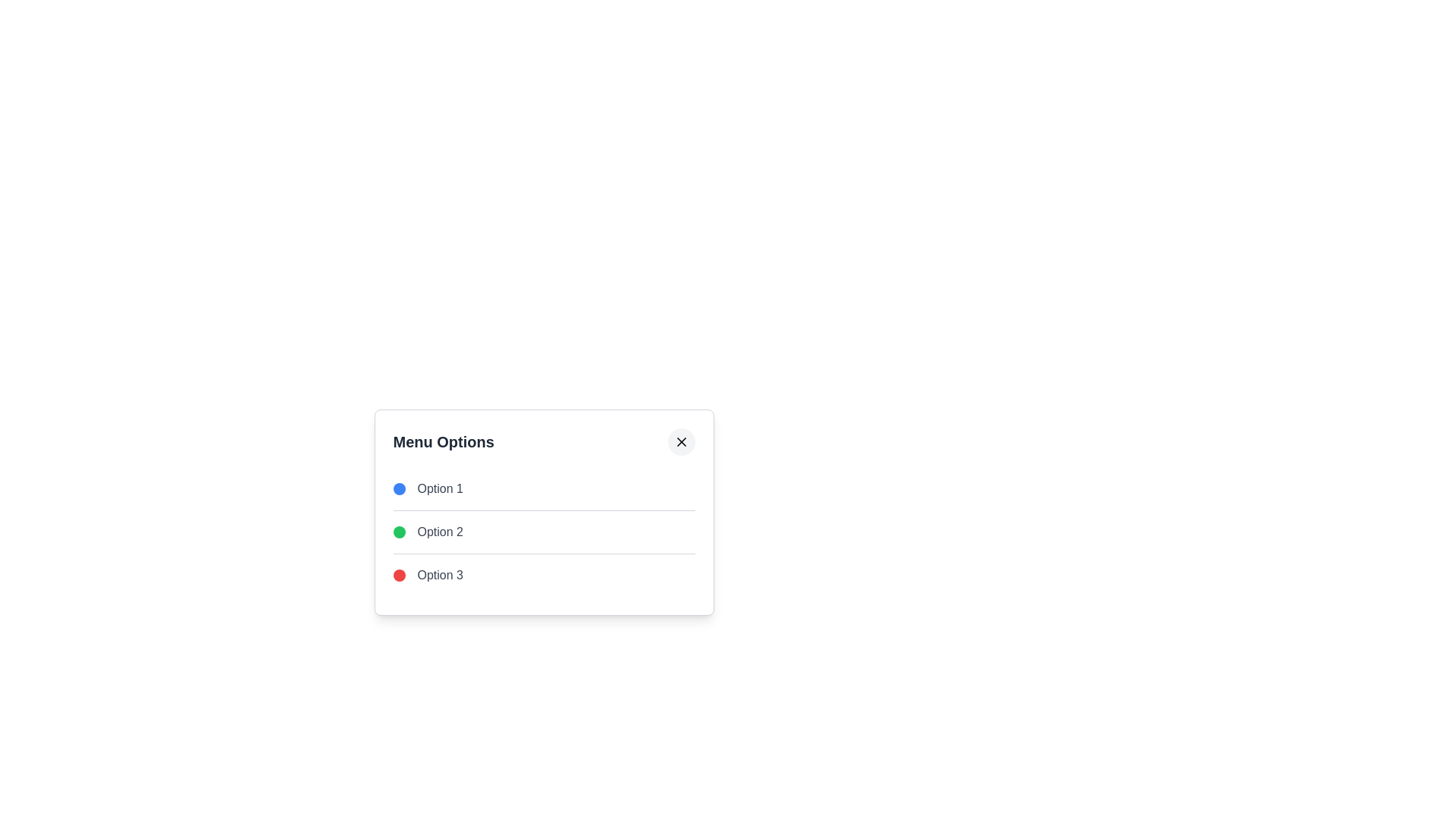 The image size is (1456, 819). Describe the element at coordinates (439, 488) in the screenshot. I see `the text label 'Option 1' which is styled in gray and positioned to the right of a blue circular icon in the menu panel` at that location.